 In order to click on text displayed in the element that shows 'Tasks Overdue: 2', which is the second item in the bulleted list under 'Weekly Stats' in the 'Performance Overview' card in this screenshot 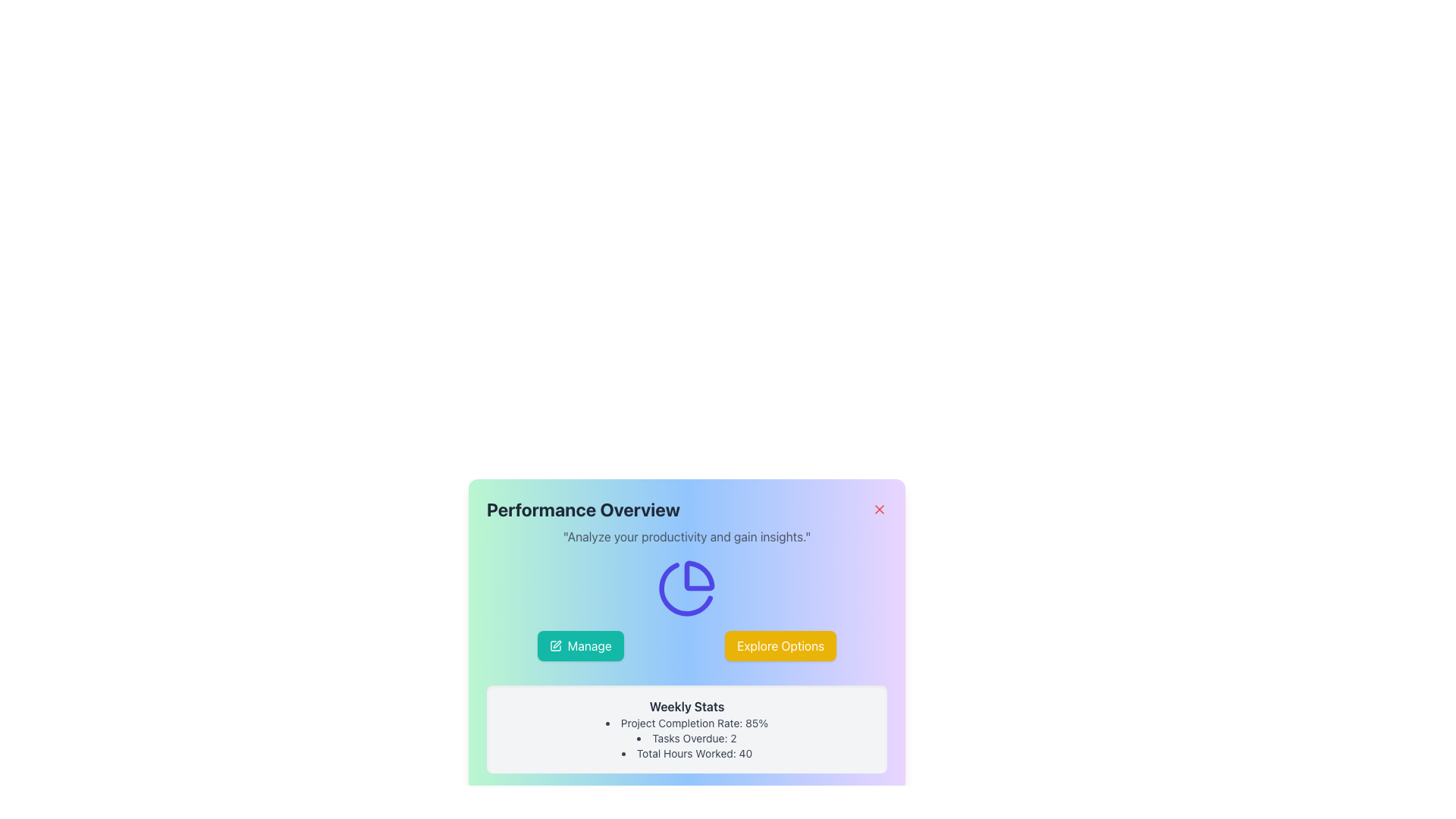, I will do `click(686, 738)`.